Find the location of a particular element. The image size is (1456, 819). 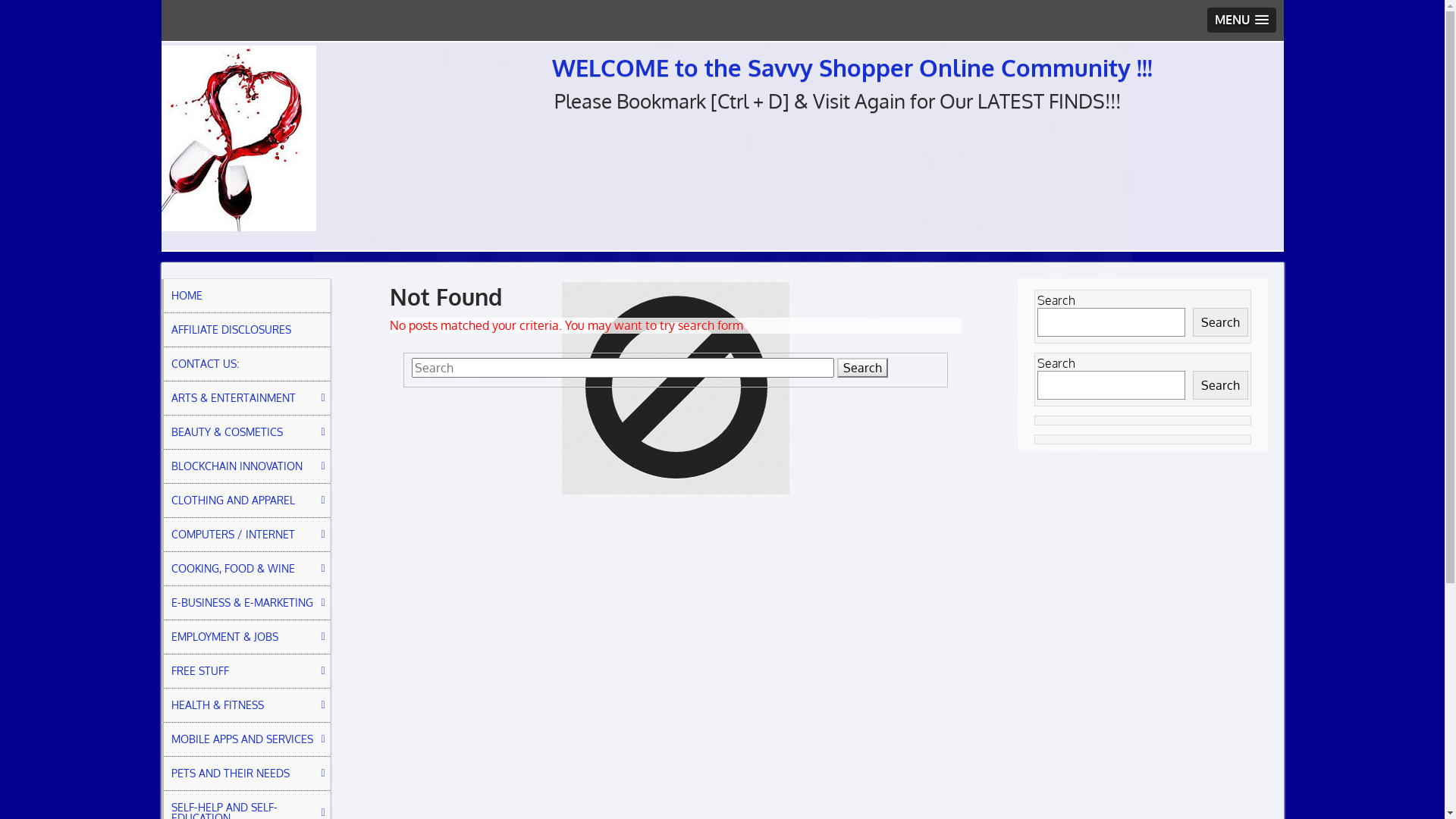

'CONTACT US:' is located at coordinates (246, 363).